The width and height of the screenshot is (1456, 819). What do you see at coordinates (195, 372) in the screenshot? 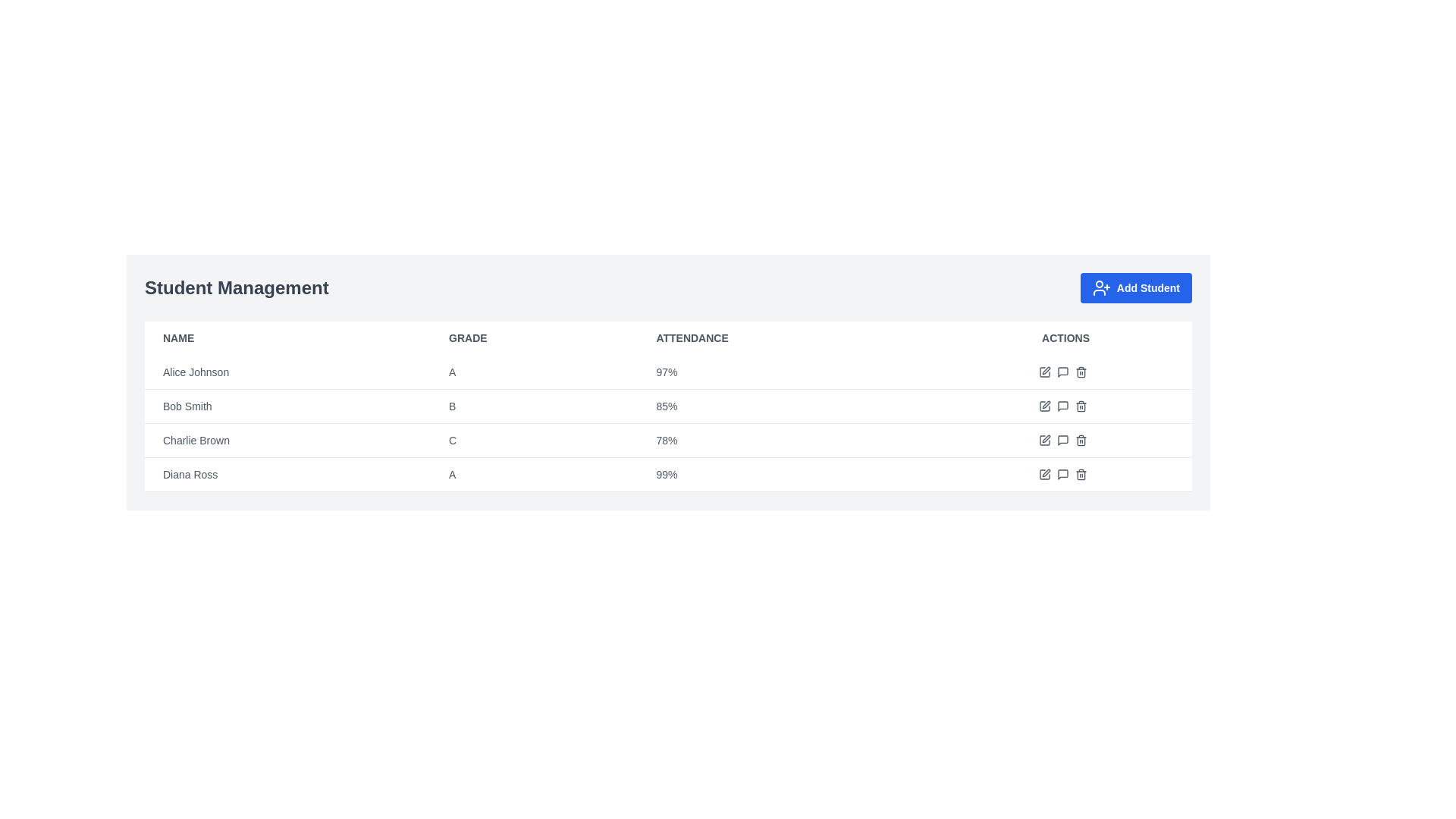
I see `the Text Display element that shows a person's name in the first row of the table under the 'Name' column` at bounding box center [195, 372].